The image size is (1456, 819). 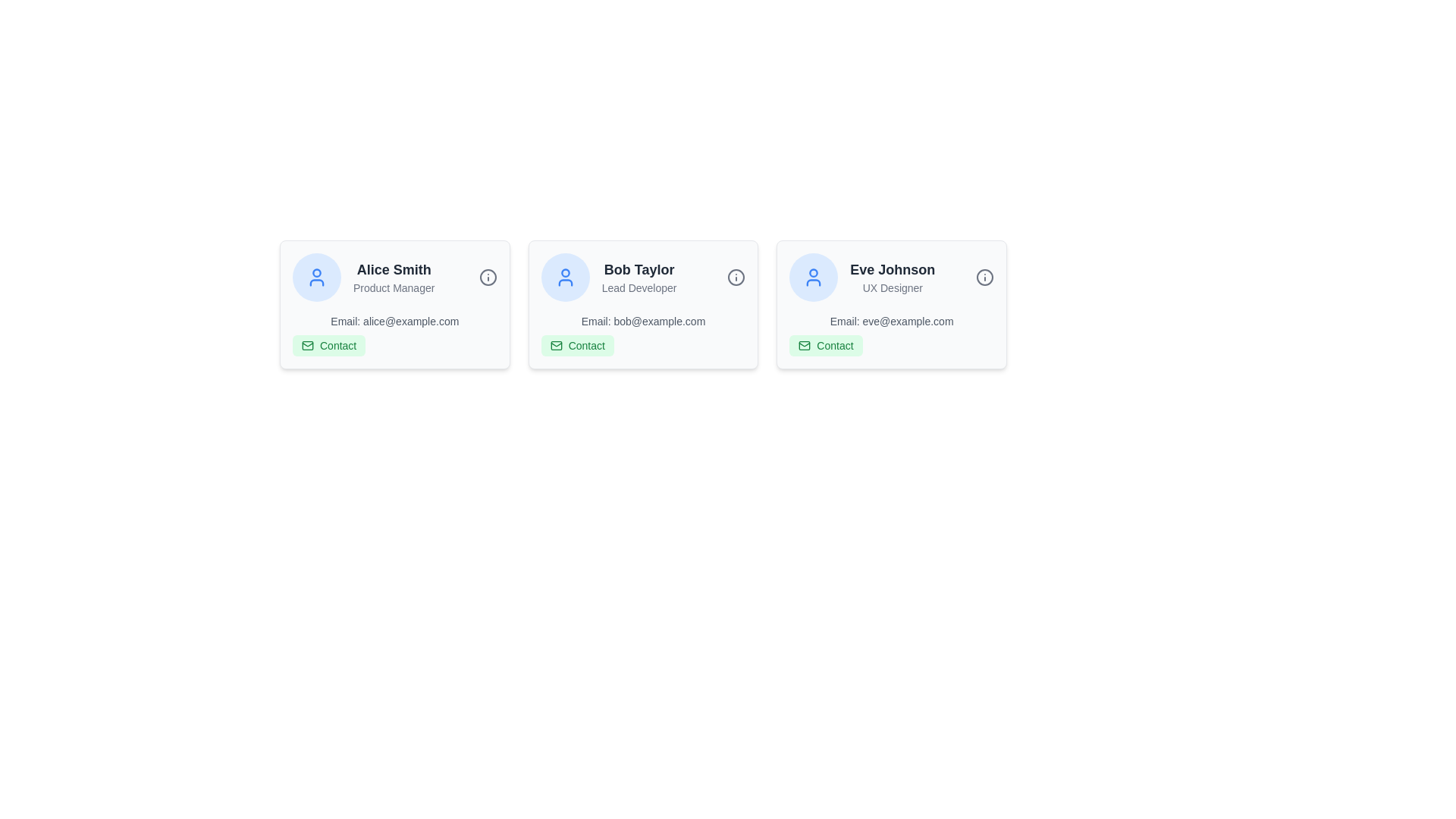 I want to click on profile information displayed on the first profile card located at the top left of the layout grid, so click(x=394, y=304).